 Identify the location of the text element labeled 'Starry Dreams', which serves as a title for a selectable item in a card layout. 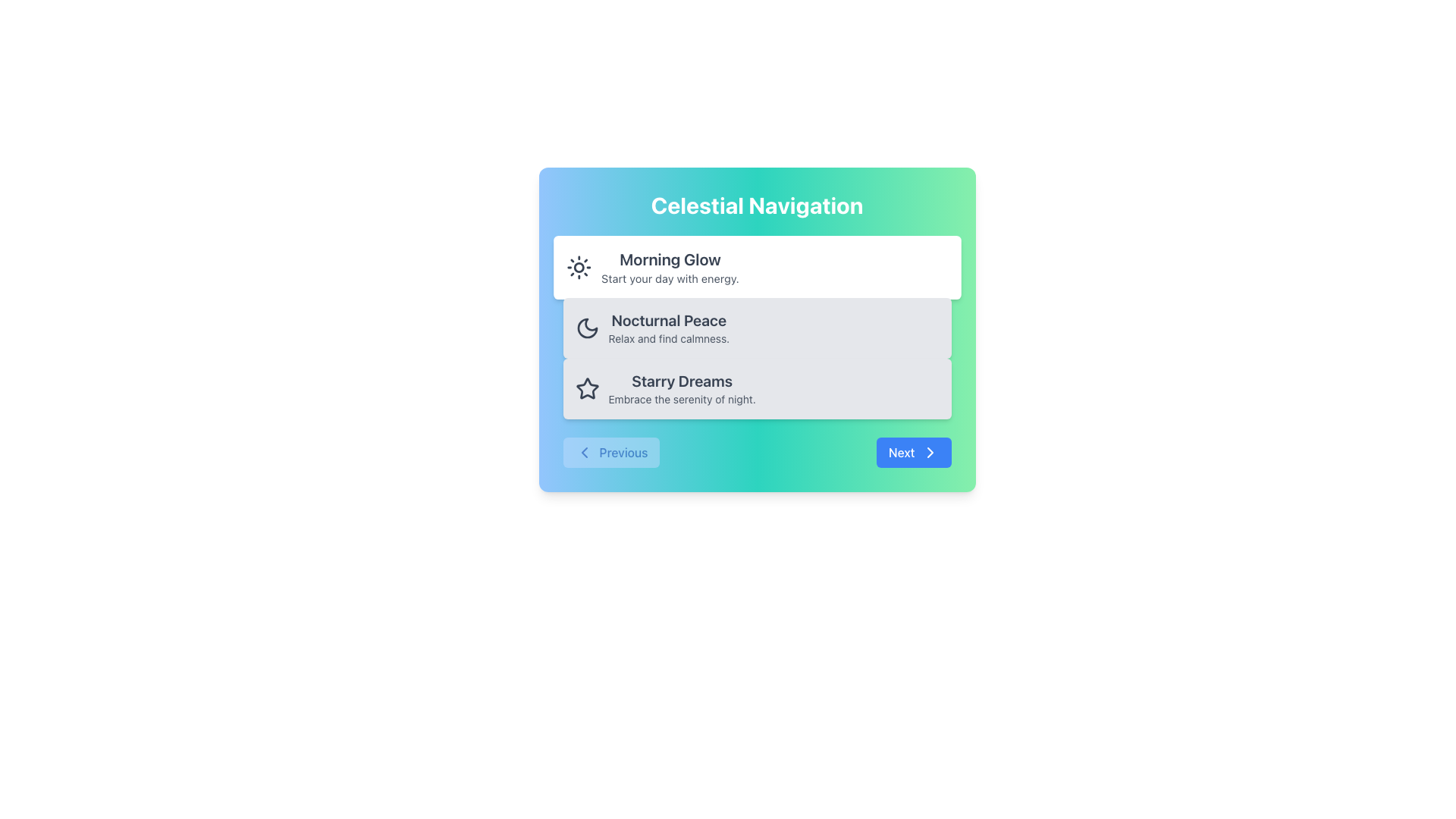
(681, 380).